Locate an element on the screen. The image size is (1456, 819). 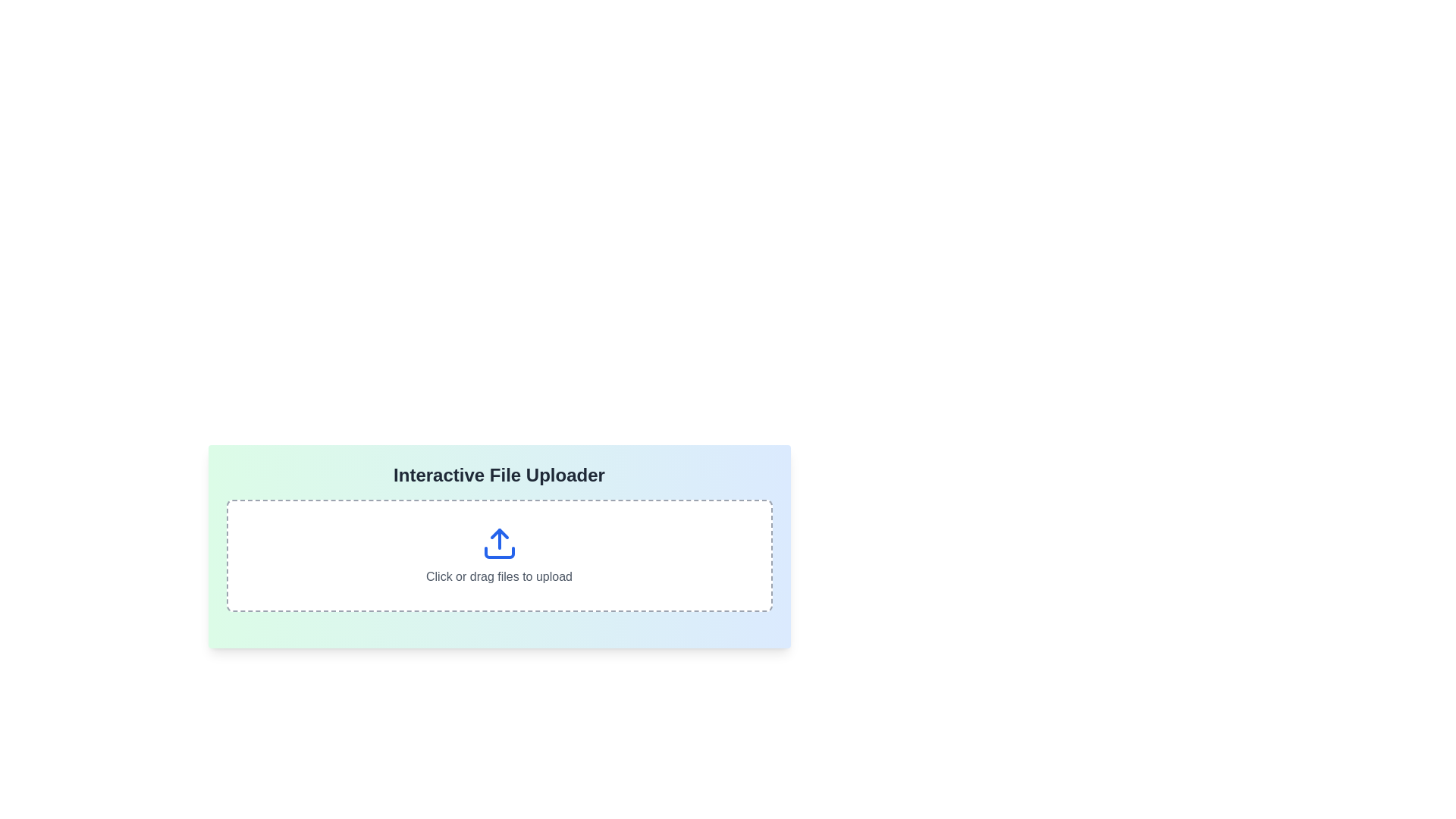
the static text that guides users on how to interact with the file upload section, positioned below a blue upward arrow icon within a bordered and rounded rectangular area is located at coordinates (499, 576).